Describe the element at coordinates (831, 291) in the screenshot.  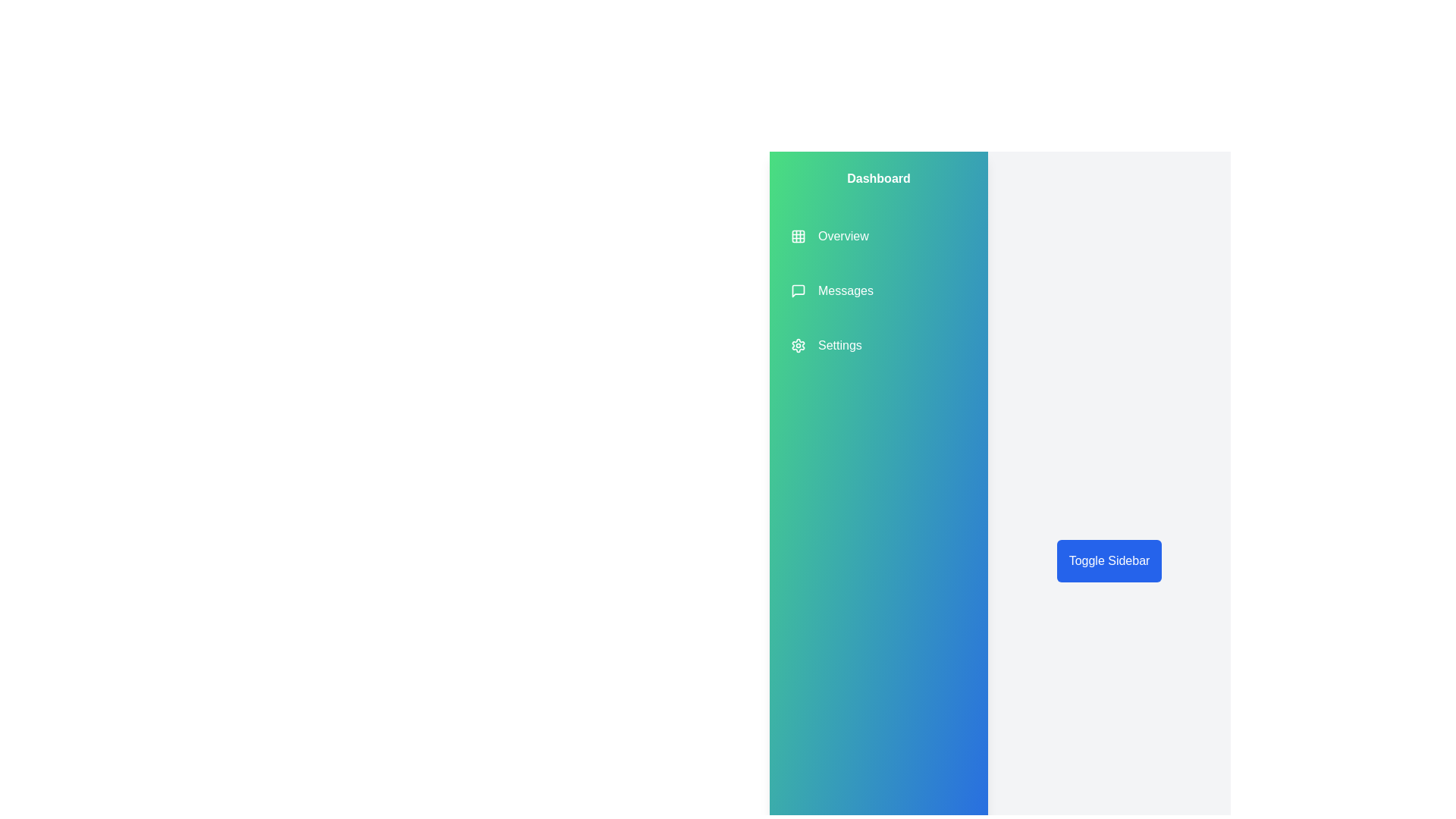
I see `the sidebar item Messages to observe its hover effect` at that location.